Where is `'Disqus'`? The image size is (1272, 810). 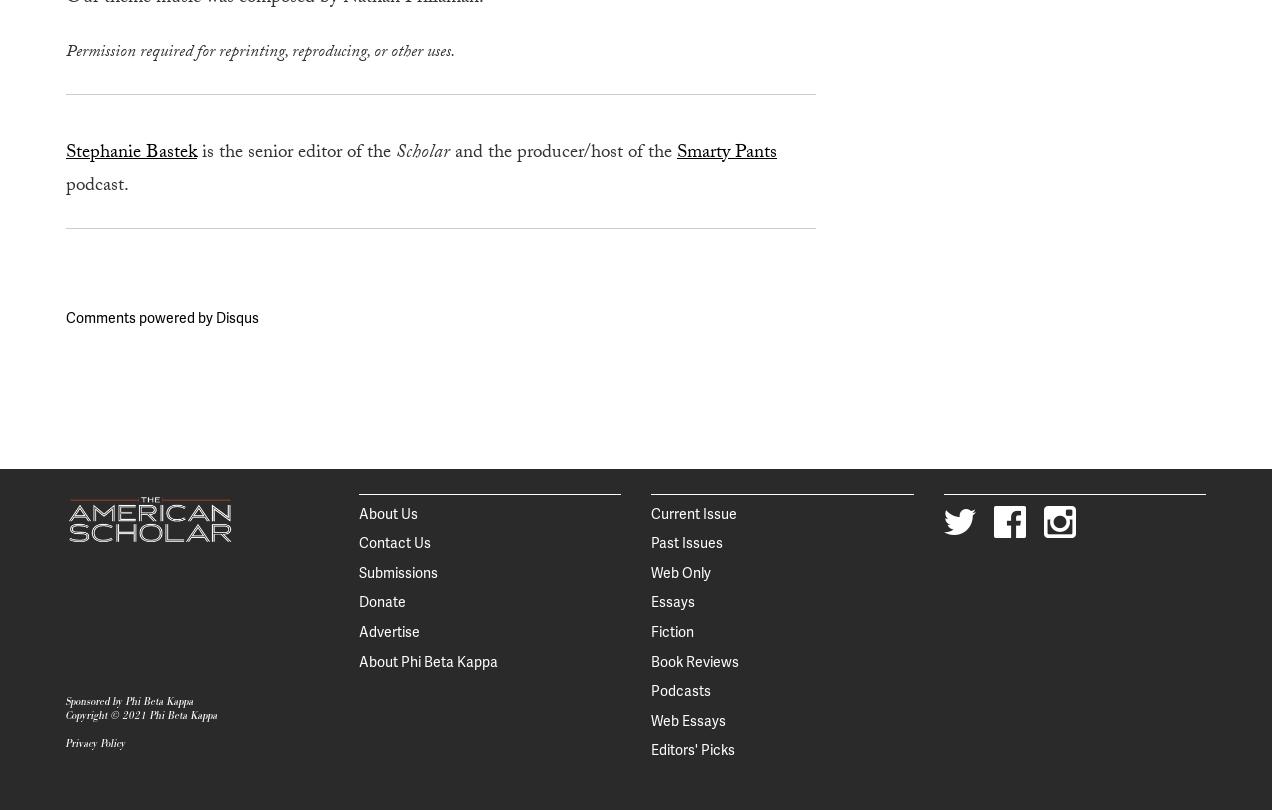
'Disqus' is located at coordinates (236, 316).